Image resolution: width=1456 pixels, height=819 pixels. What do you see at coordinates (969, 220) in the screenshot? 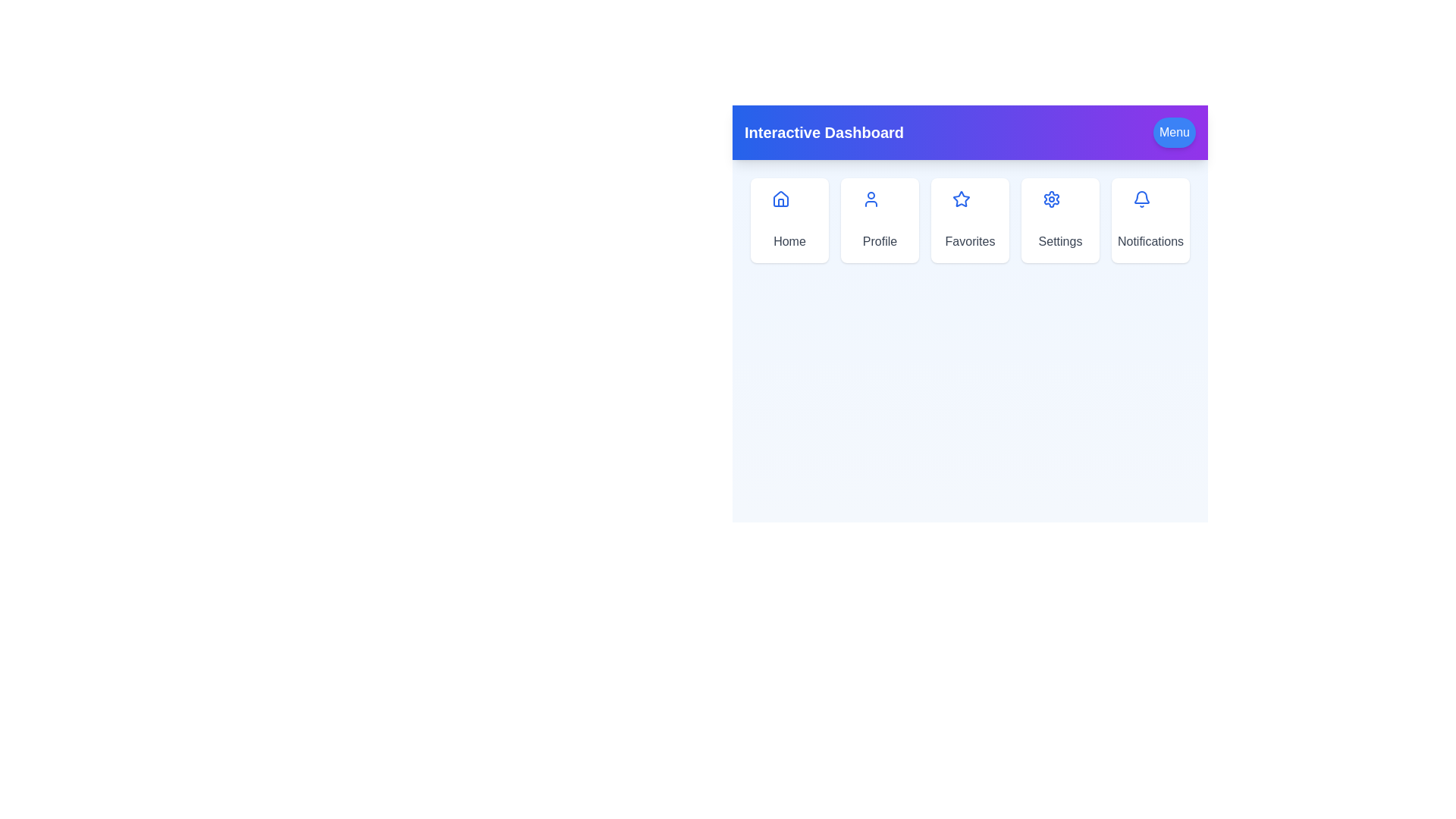
I see `the Favorites menu option` at bounding box center [969, 220].